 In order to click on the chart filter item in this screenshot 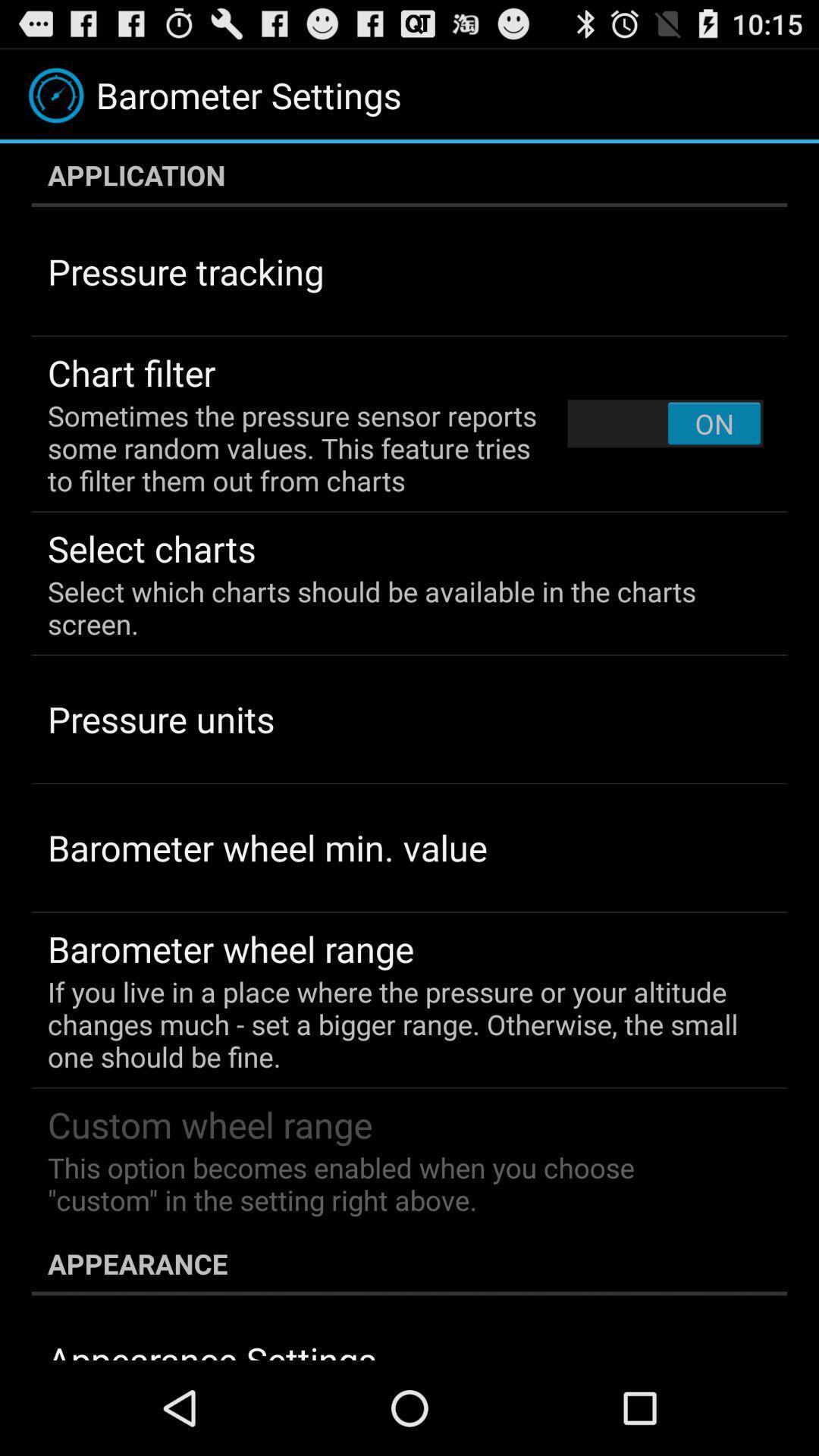, I will do `click(130, 372)`.